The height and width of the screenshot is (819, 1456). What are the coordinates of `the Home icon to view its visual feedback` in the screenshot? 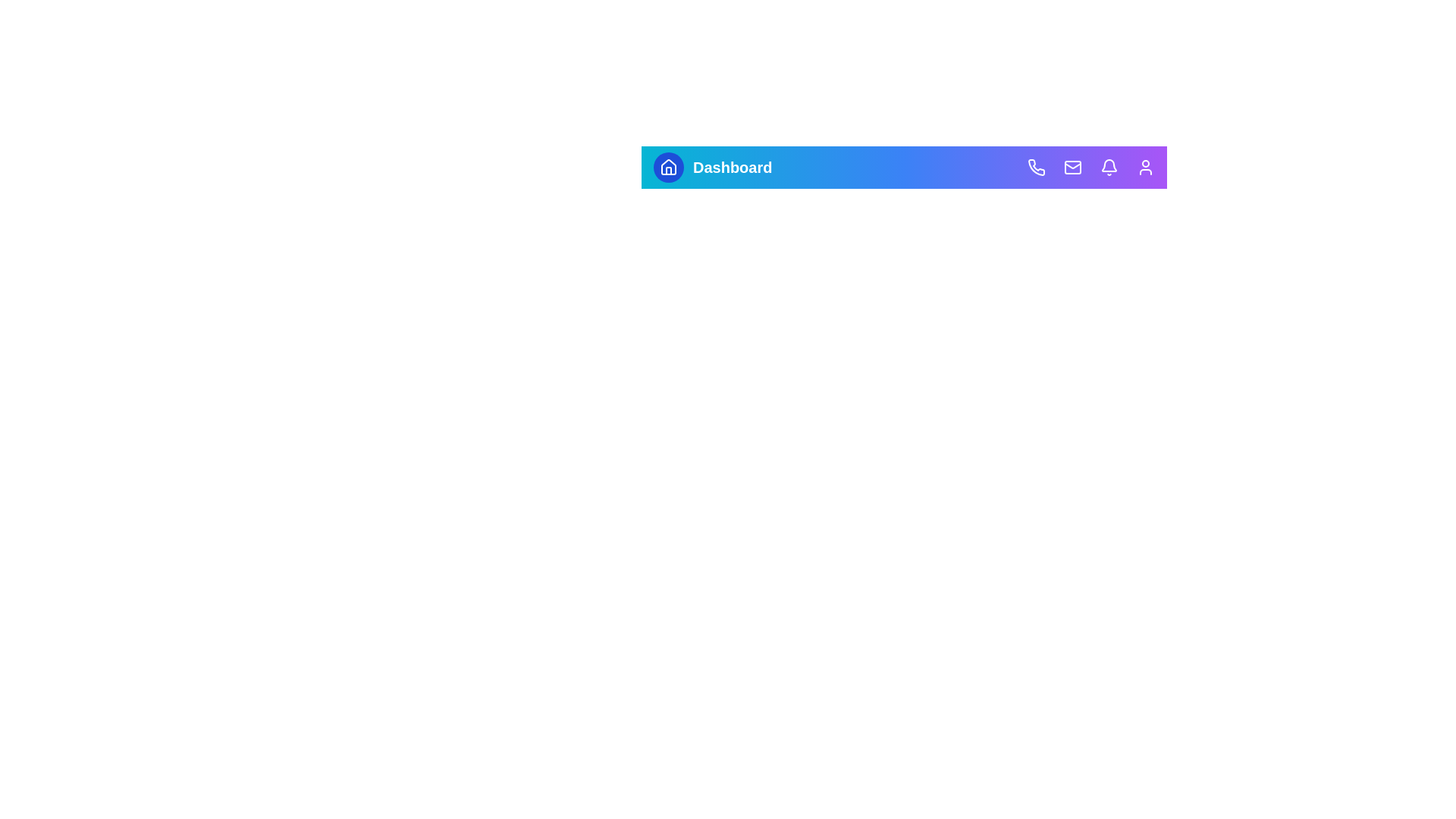 It's located at (668, 167).